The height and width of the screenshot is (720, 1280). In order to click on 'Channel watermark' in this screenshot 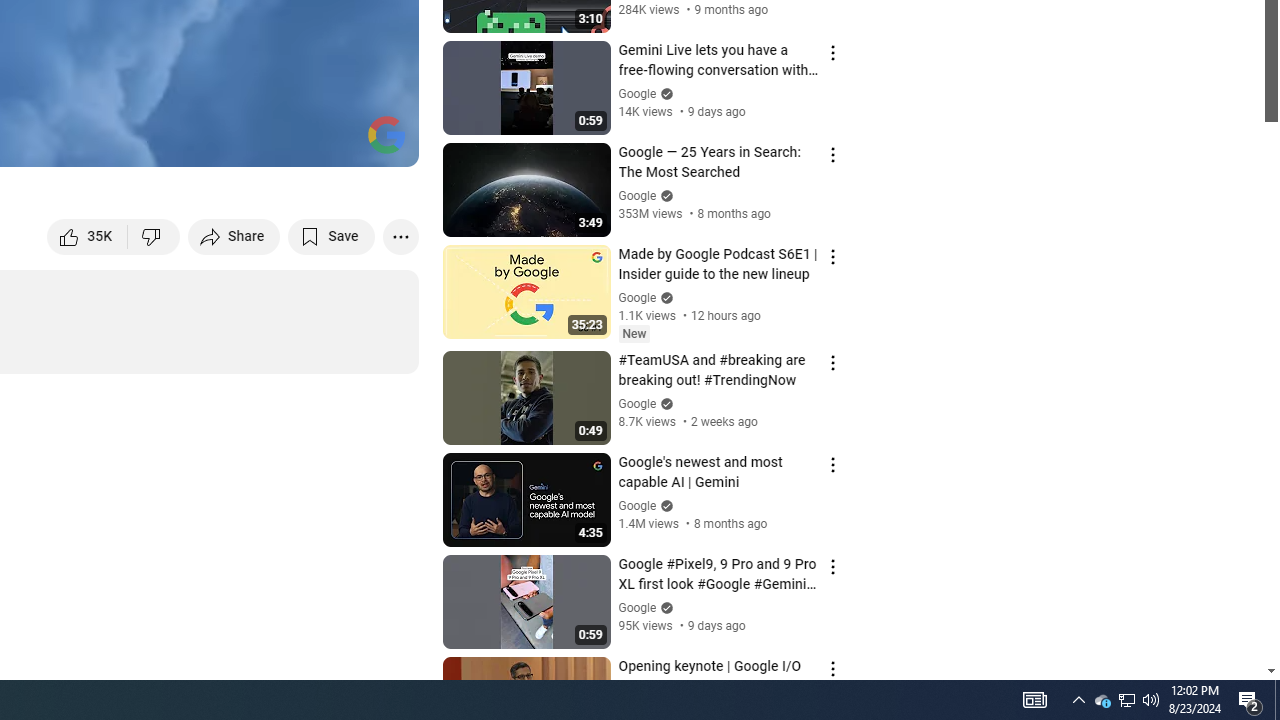, I will do `click(386, 135)`.